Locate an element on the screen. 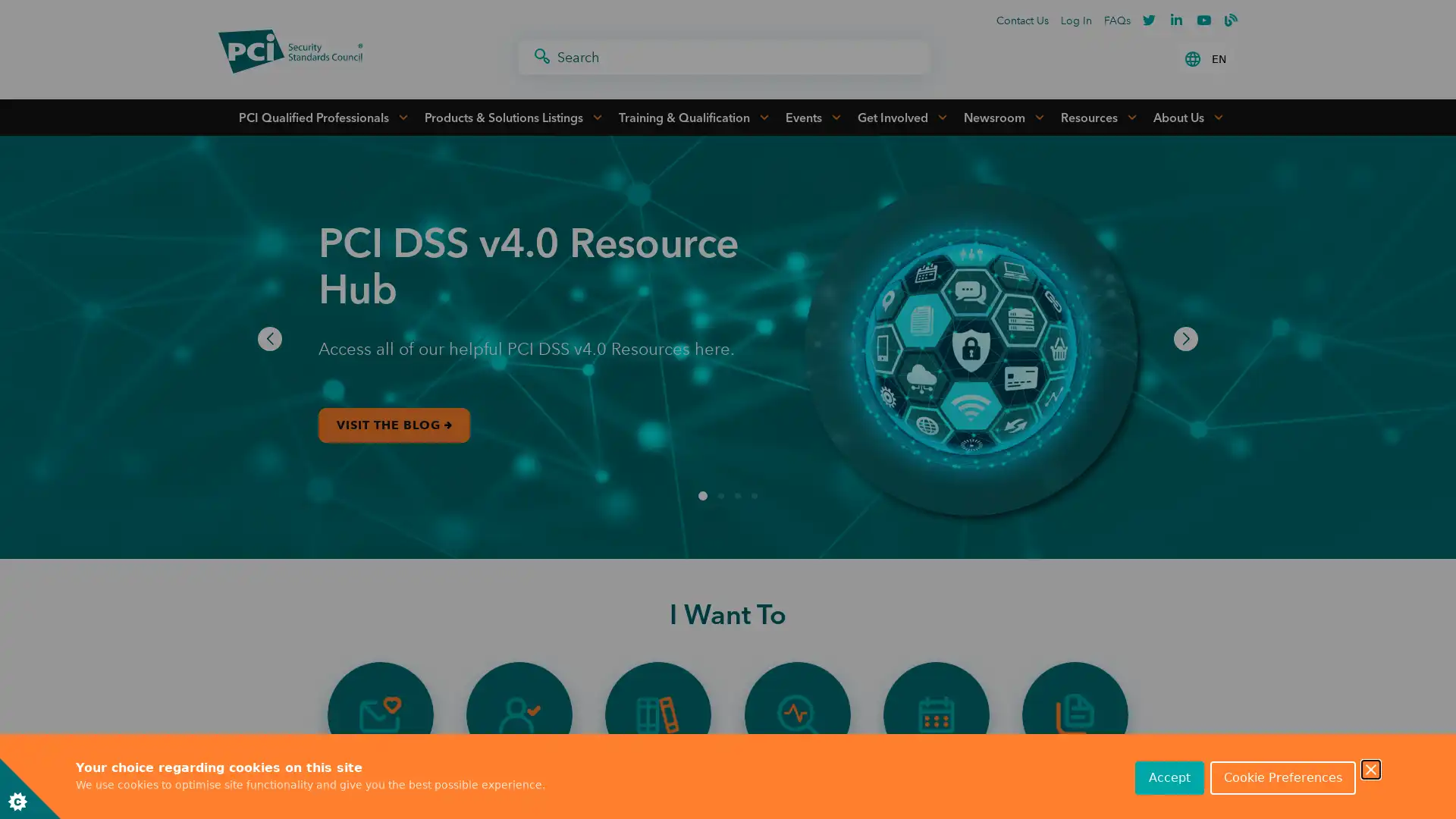 The height and width of the screenshot is (819, 1456). Close is located at coordinates (1371, 769).